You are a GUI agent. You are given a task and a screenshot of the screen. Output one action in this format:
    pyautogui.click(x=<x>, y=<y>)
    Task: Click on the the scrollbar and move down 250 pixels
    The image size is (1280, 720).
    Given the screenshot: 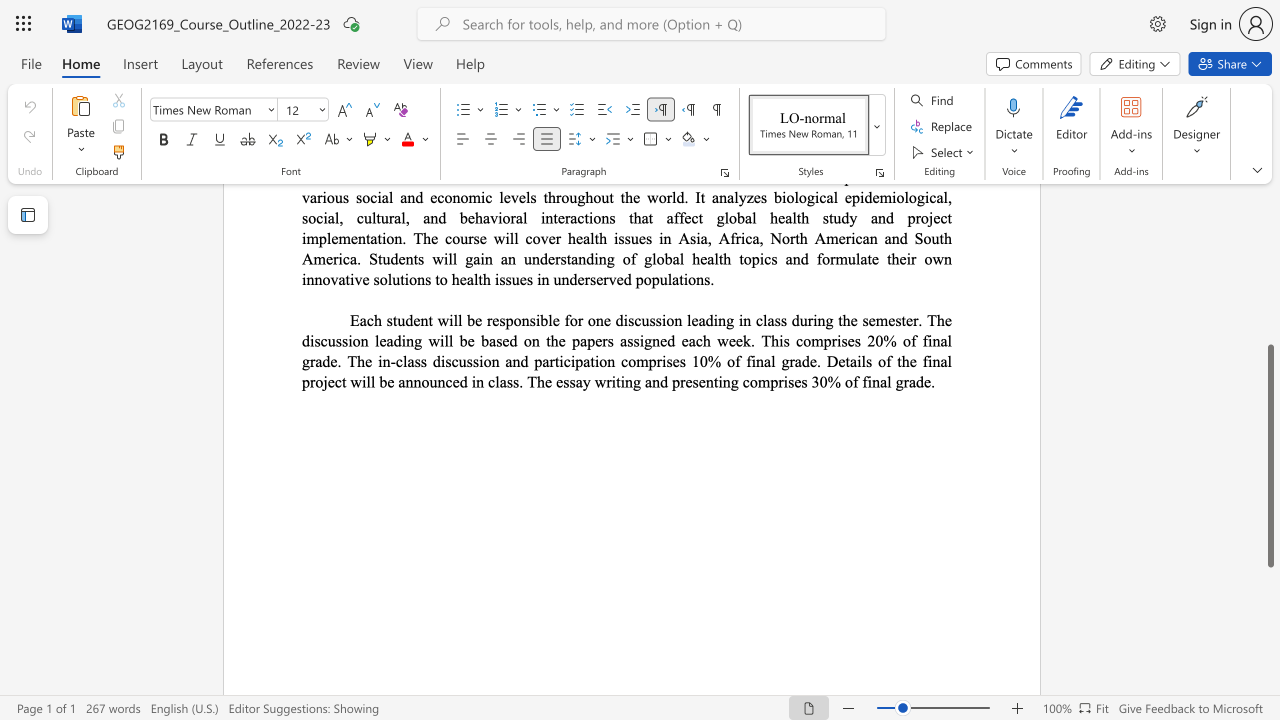 What is the action you would take?
    pyautogui.click(x=1269, y=456)
    